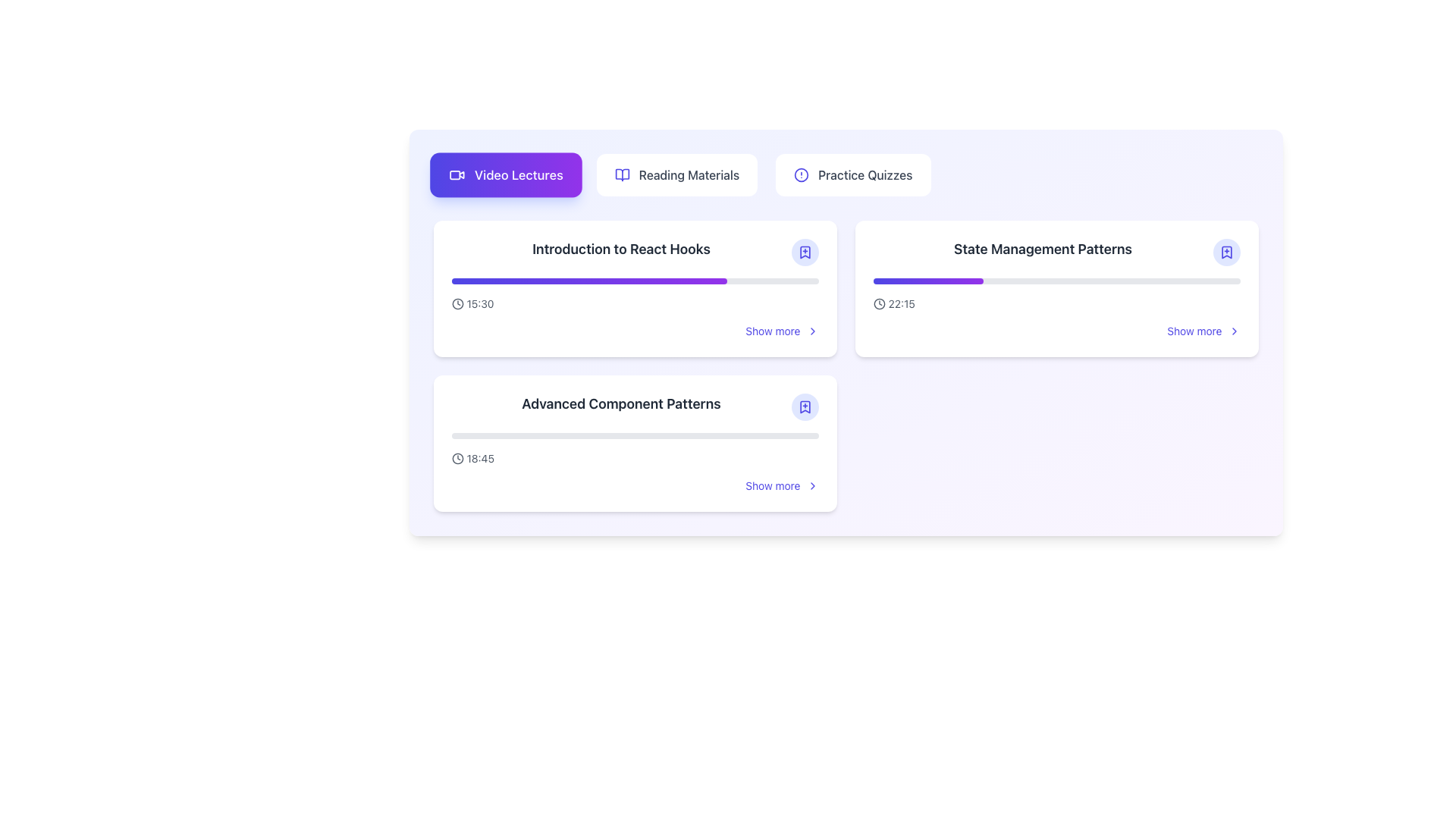 This screenshot has height=819, width=1456. Describe the element at coordinates (804, 406) in the screenshot. I see `the bookmark icon button located at the top-right corner of the 'Advanced Component Patterns' card` at that location.